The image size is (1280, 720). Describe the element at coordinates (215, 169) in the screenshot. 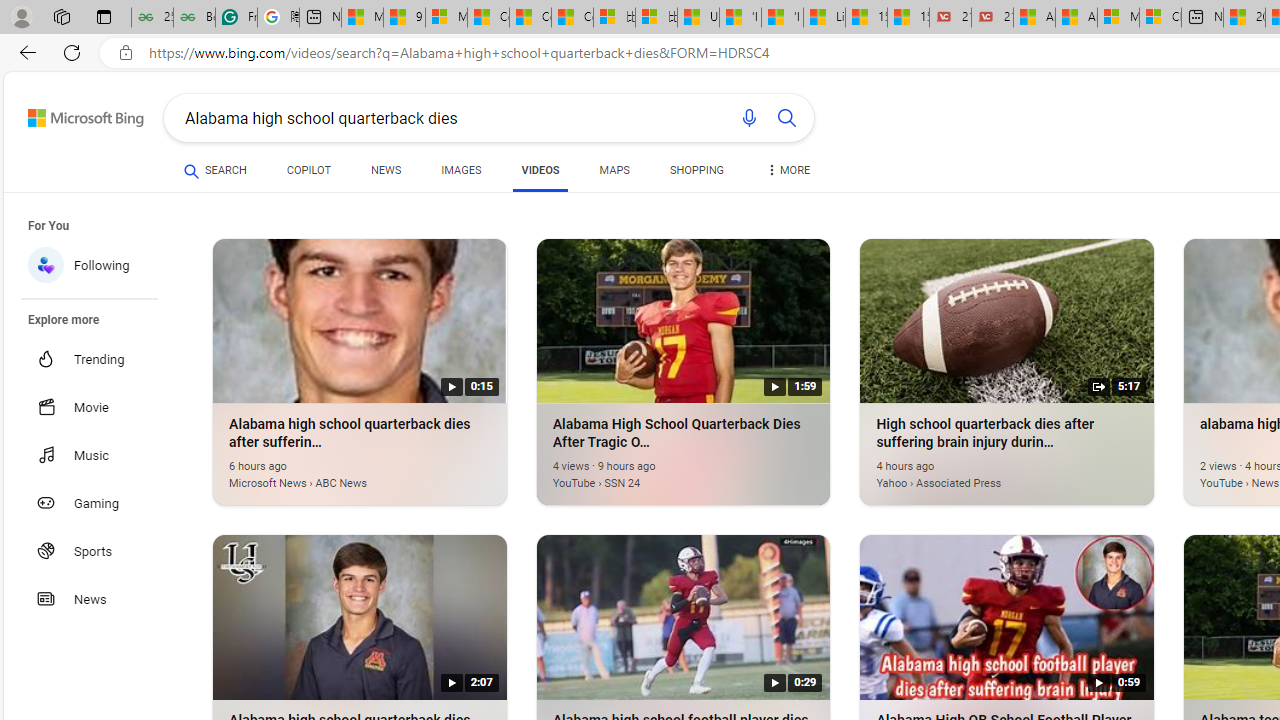

I see `'SEARCH'` at that location.